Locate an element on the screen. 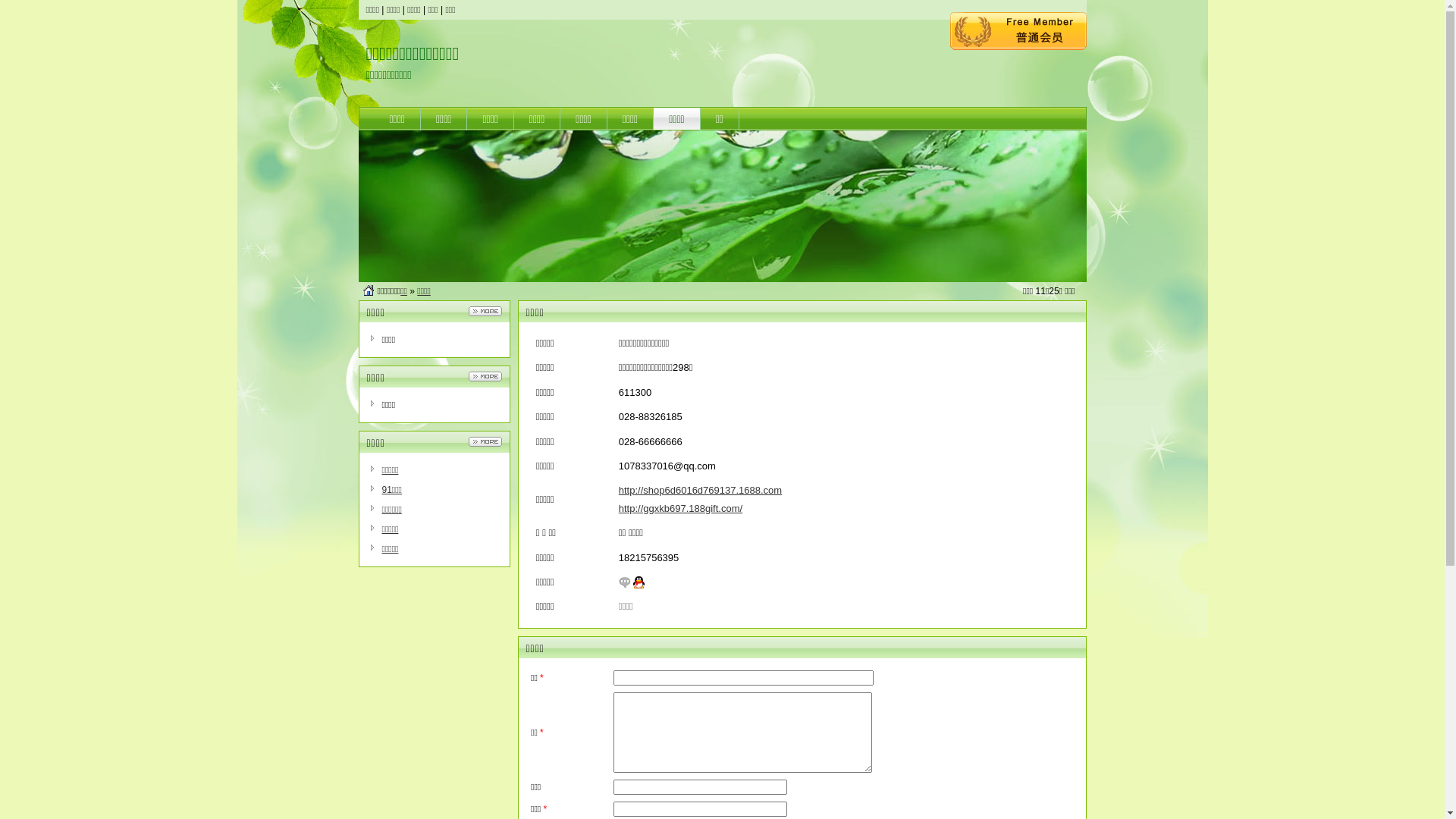  'http://ggxkb697.188gift.com/' is located at coordinates (679, 508).